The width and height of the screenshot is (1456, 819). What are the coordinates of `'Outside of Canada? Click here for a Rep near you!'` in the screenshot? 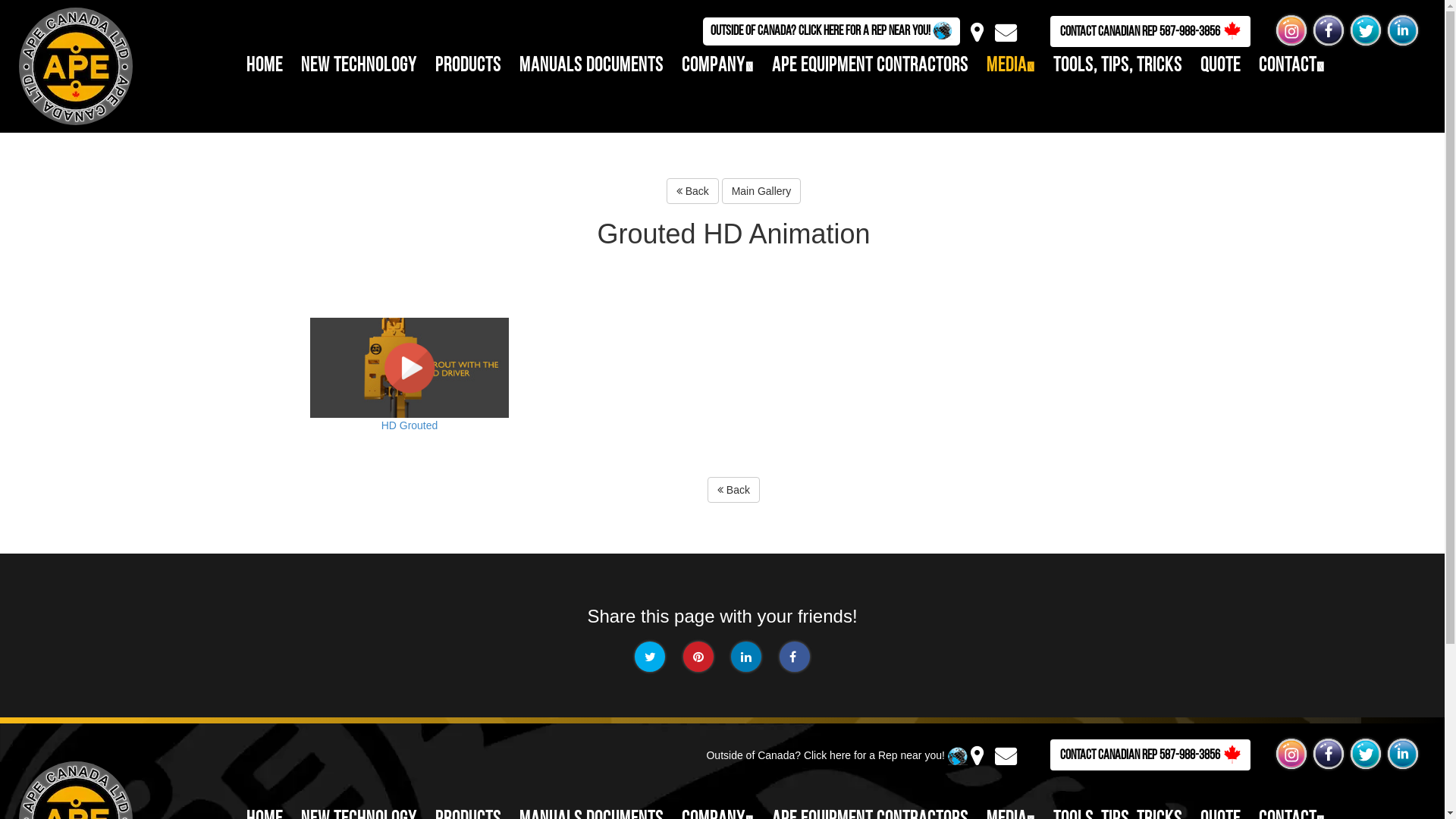 It's located at (830, 31).